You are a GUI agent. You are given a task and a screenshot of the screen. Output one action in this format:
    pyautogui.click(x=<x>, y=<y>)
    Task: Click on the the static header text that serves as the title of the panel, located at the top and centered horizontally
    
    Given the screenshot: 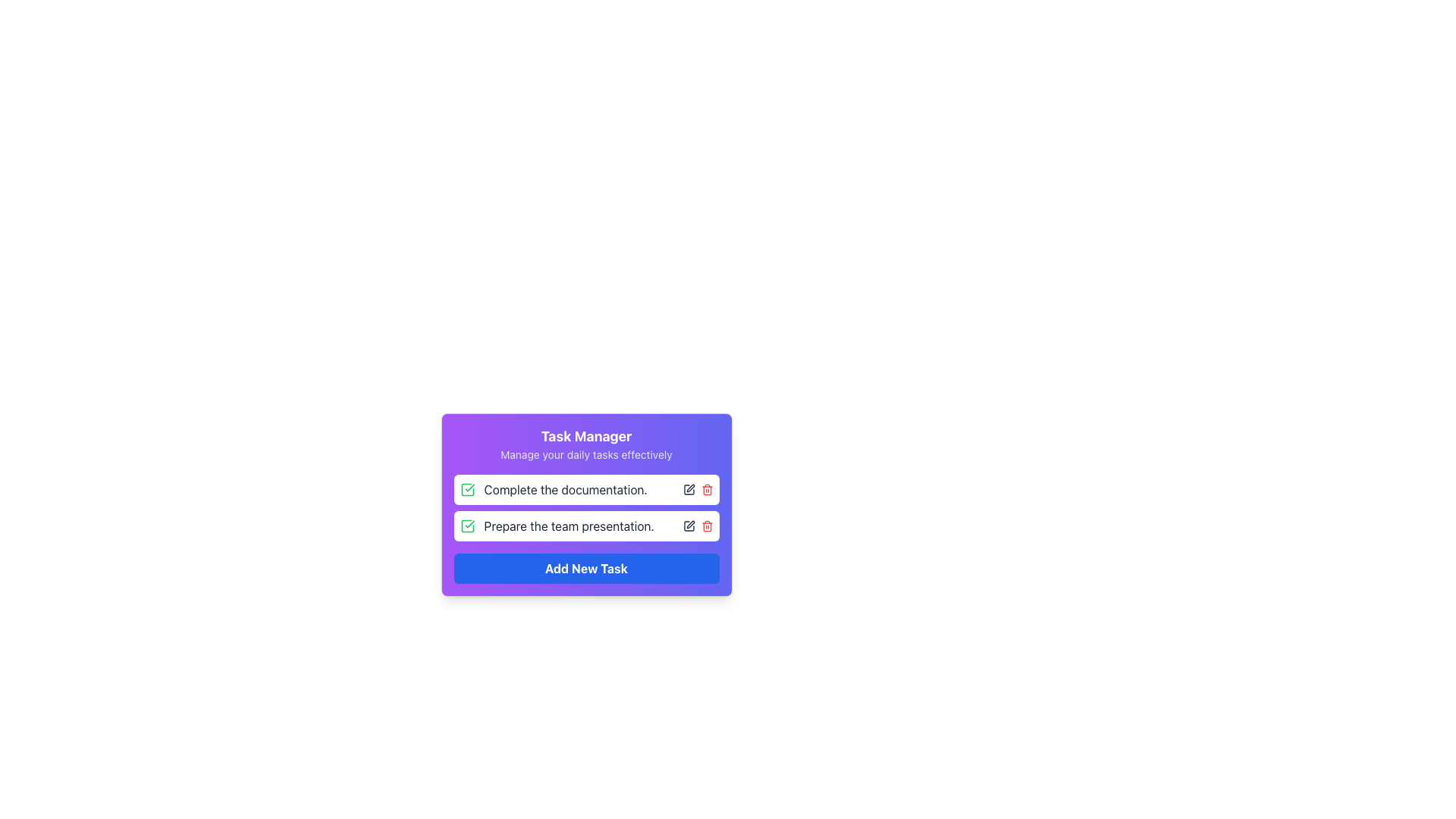 What is the action you would take?
    pyautogui.click(x=585, y=436)
    